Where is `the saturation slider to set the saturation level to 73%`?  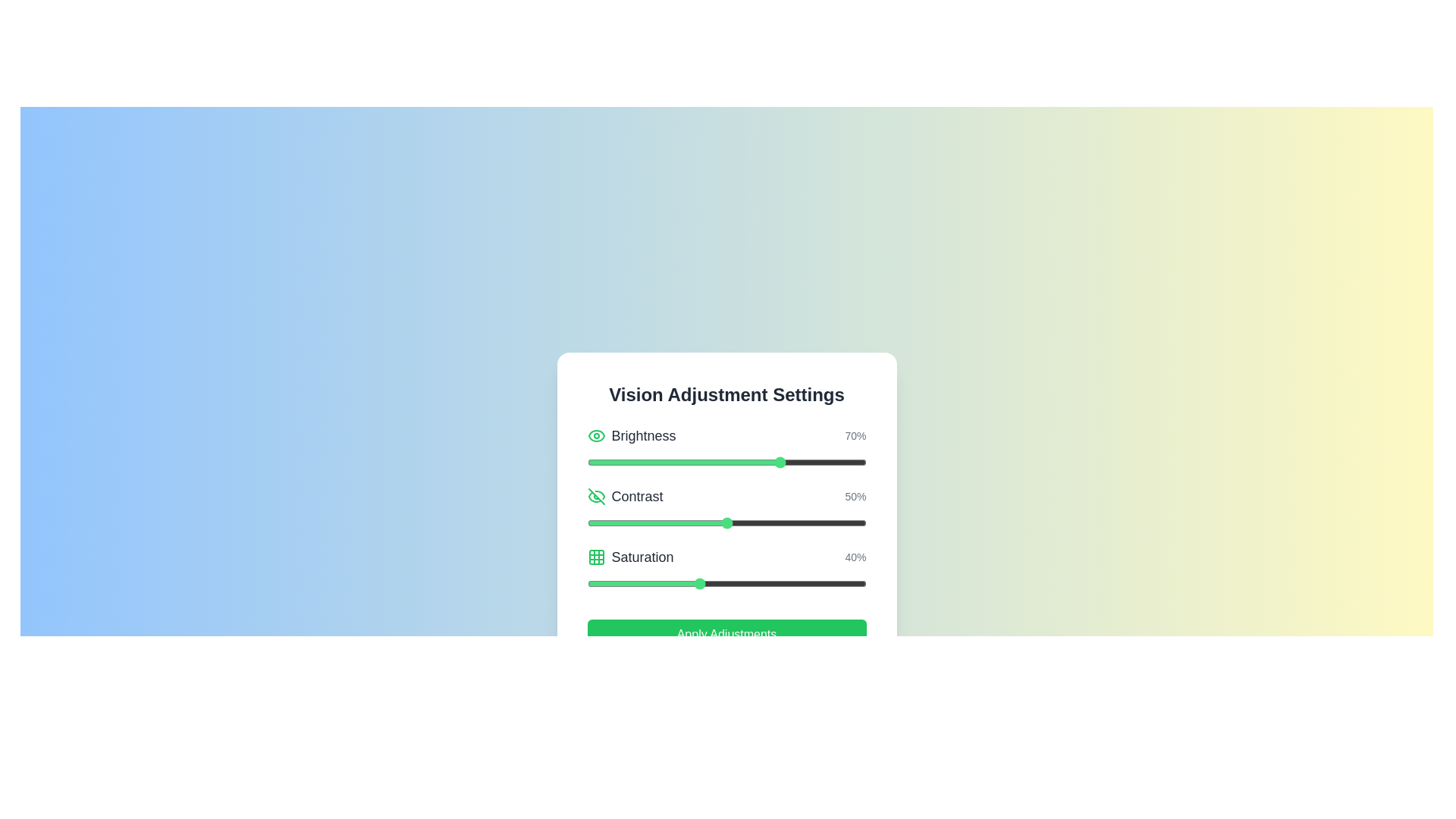 the saturation slider to set the saturation level to 73% is located at coordinates (790, 583).